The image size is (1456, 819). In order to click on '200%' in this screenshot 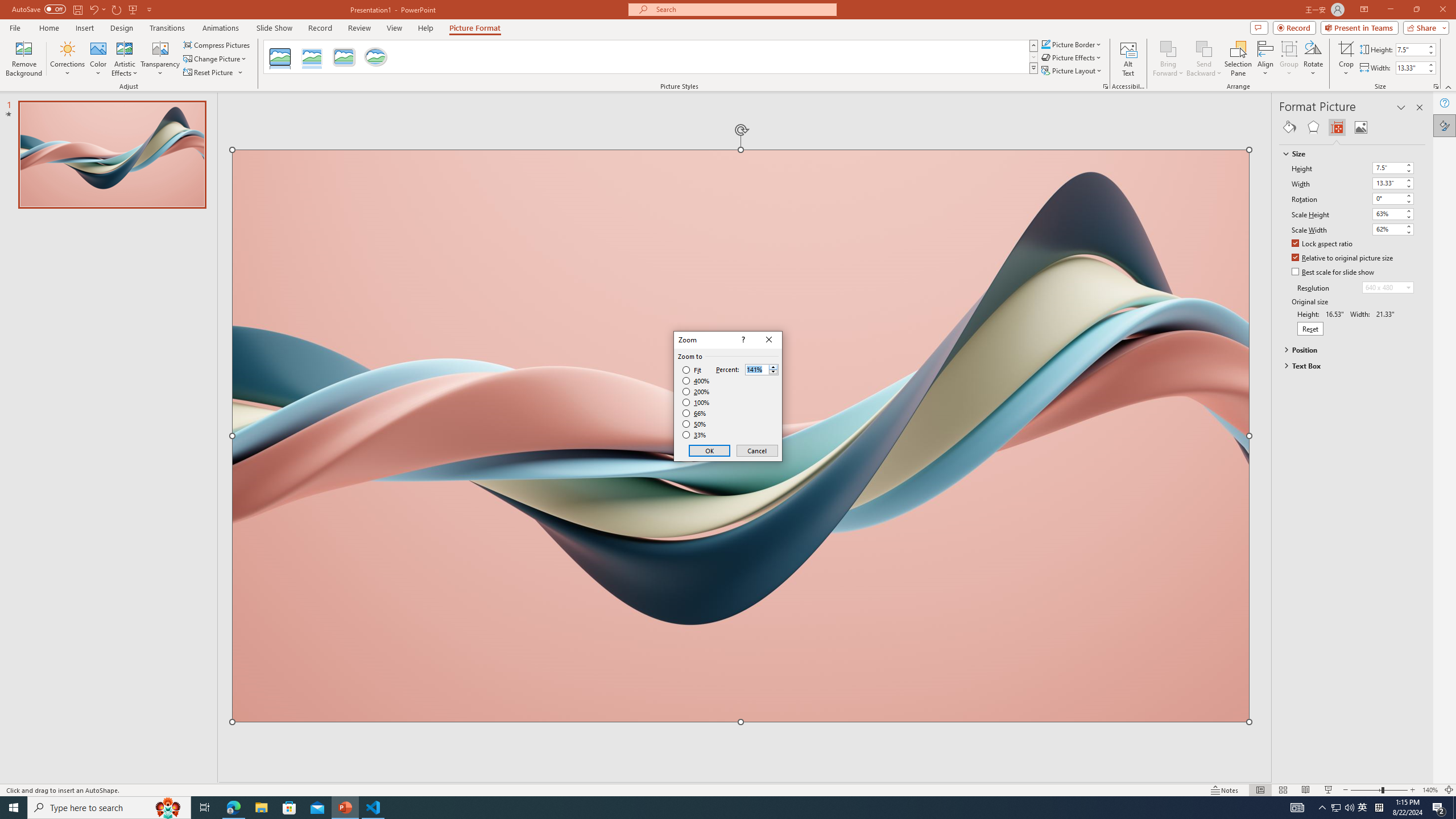, I will do `click(696, 392)`.